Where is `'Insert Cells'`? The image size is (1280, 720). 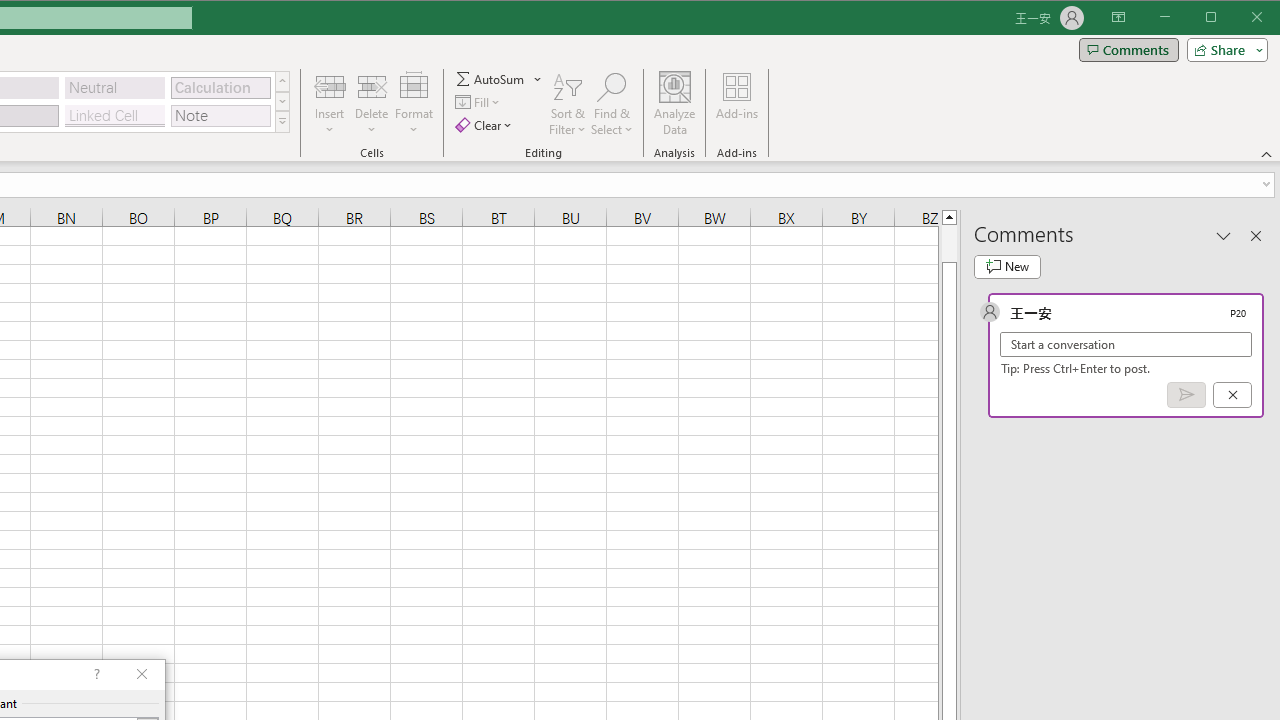 'Insert Cells' is located at coordinates (329, 85).